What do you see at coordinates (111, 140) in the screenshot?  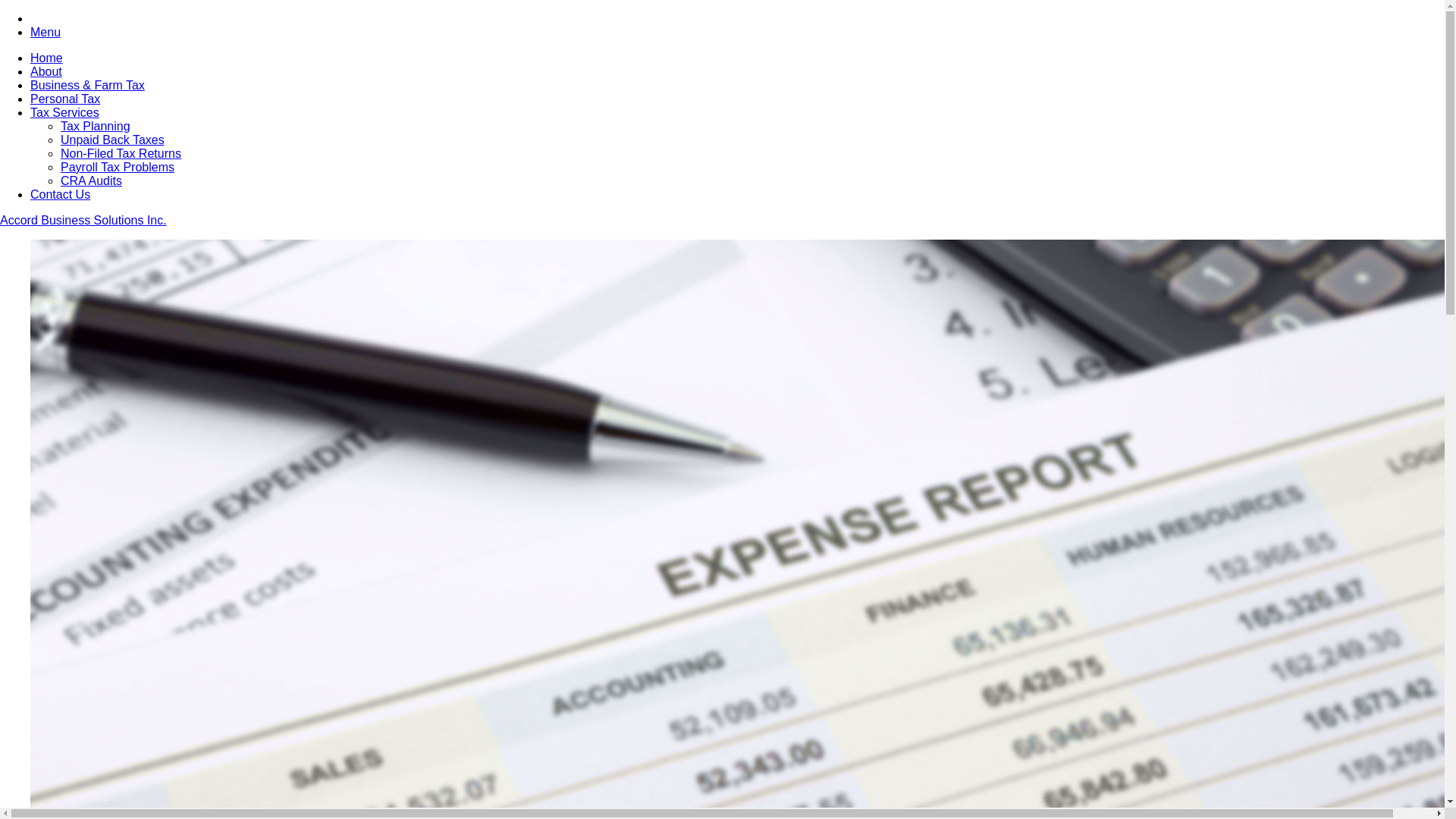 I see `'Unpaid Back Taxes'` at bounding box center [111, 140].